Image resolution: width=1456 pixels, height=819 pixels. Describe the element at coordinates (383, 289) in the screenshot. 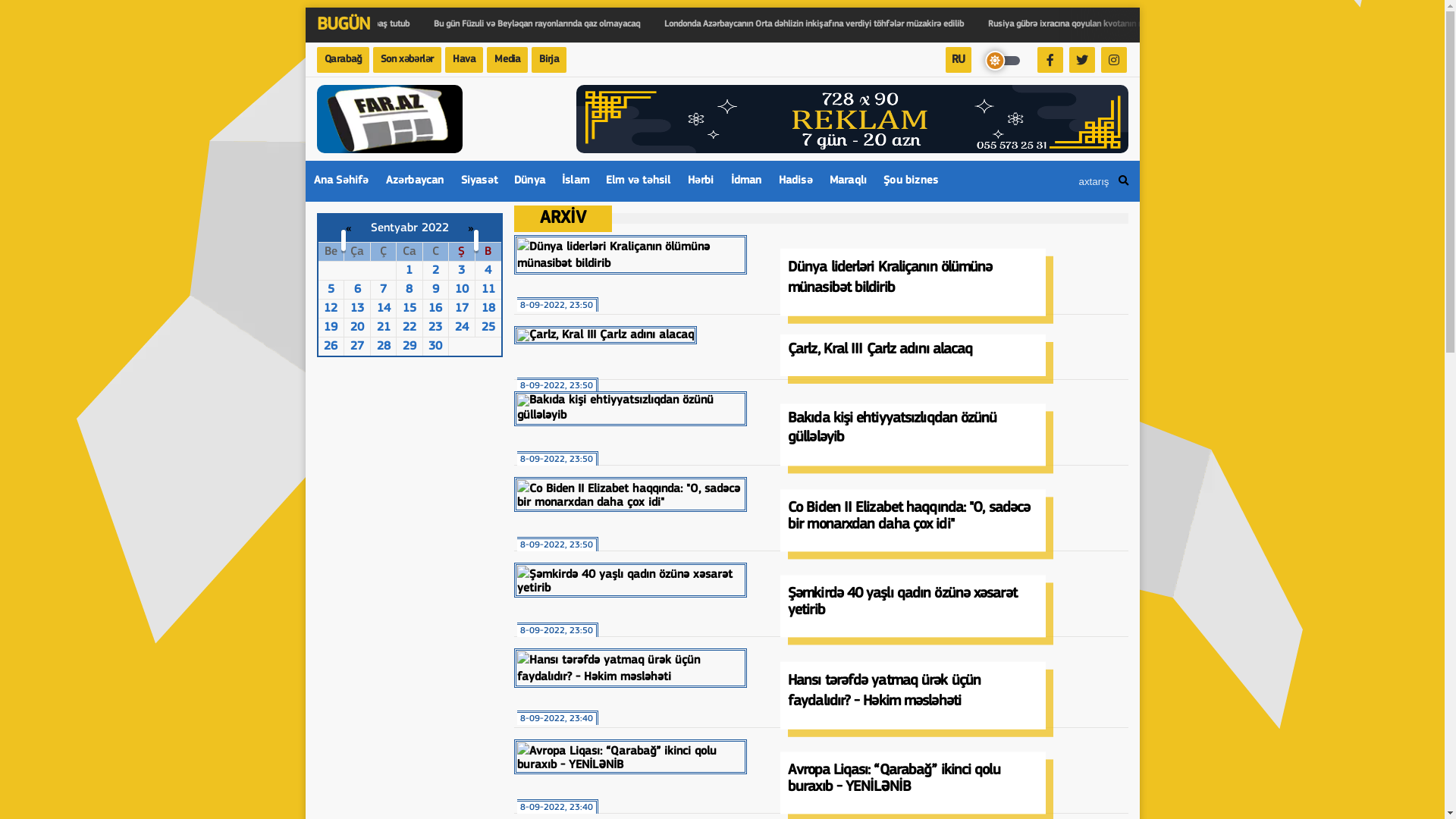

I see `'7'` at that location.